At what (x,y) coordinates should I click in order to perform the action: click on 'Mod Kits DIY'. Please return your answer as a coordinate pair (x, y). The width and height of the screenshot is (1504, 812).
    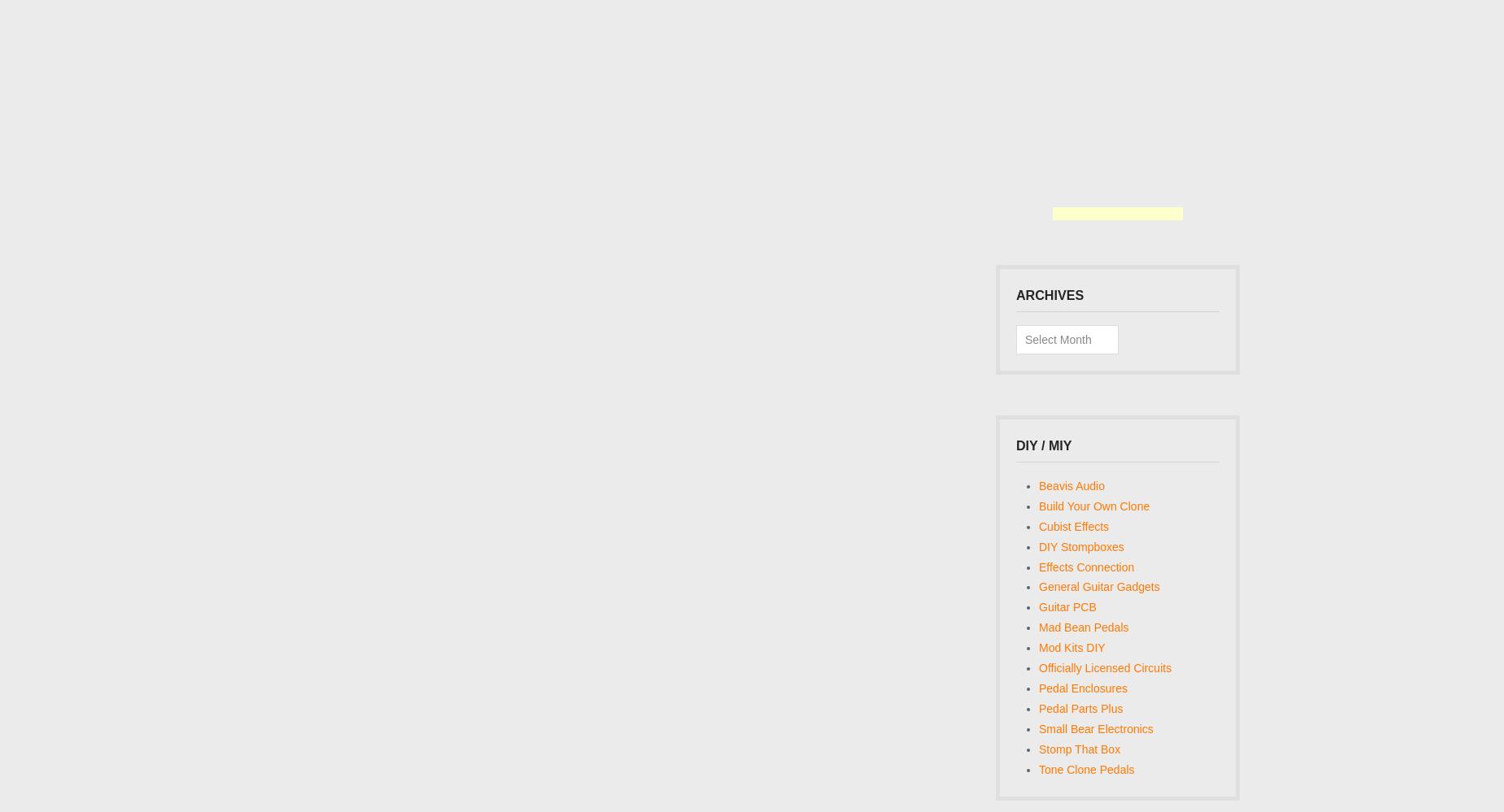
    Looking at the image, I should click on (1071, 648).